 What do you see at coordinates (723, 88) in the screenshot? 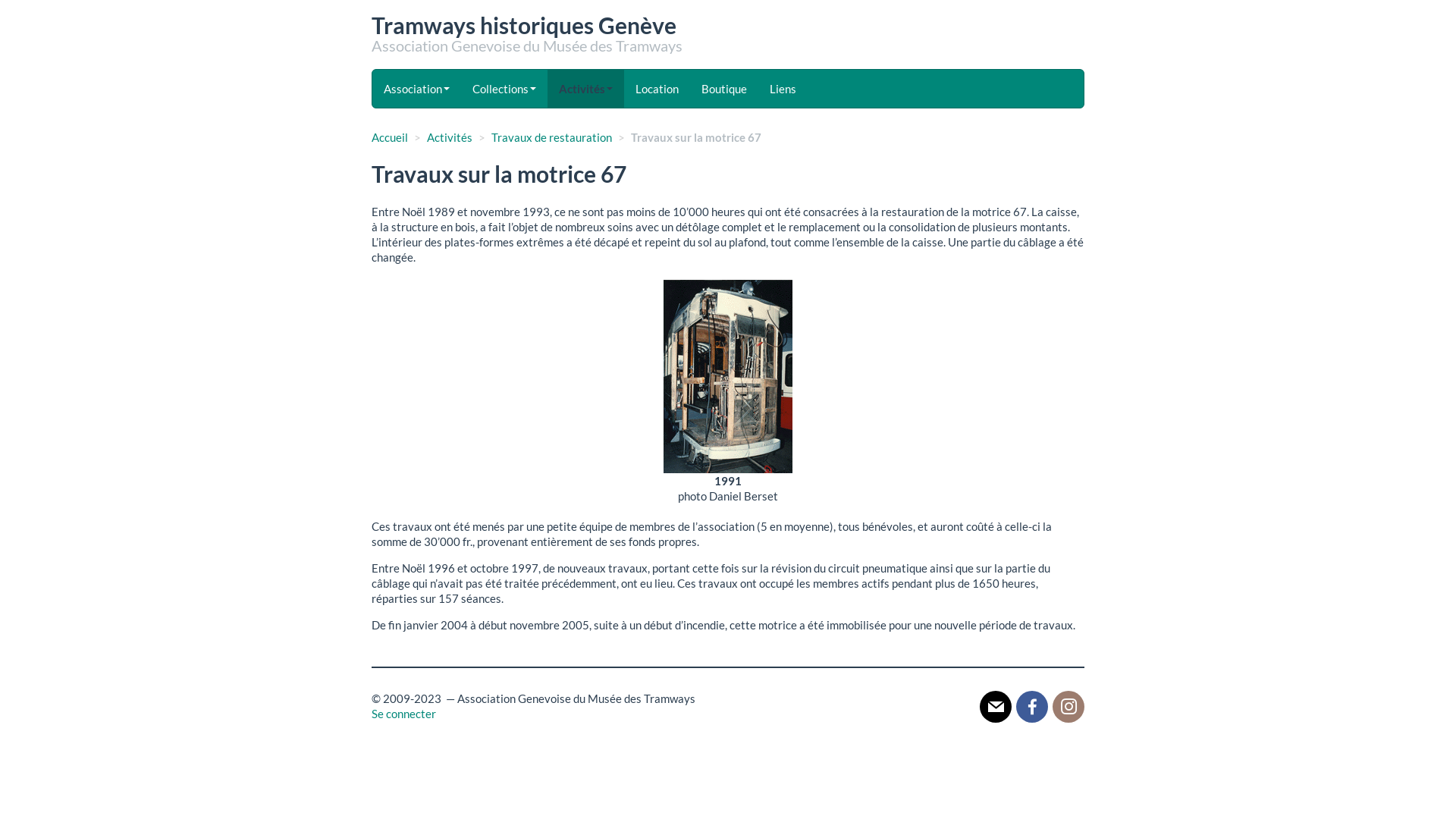
I see `'Boutique'` at bounding box center [723, 88].